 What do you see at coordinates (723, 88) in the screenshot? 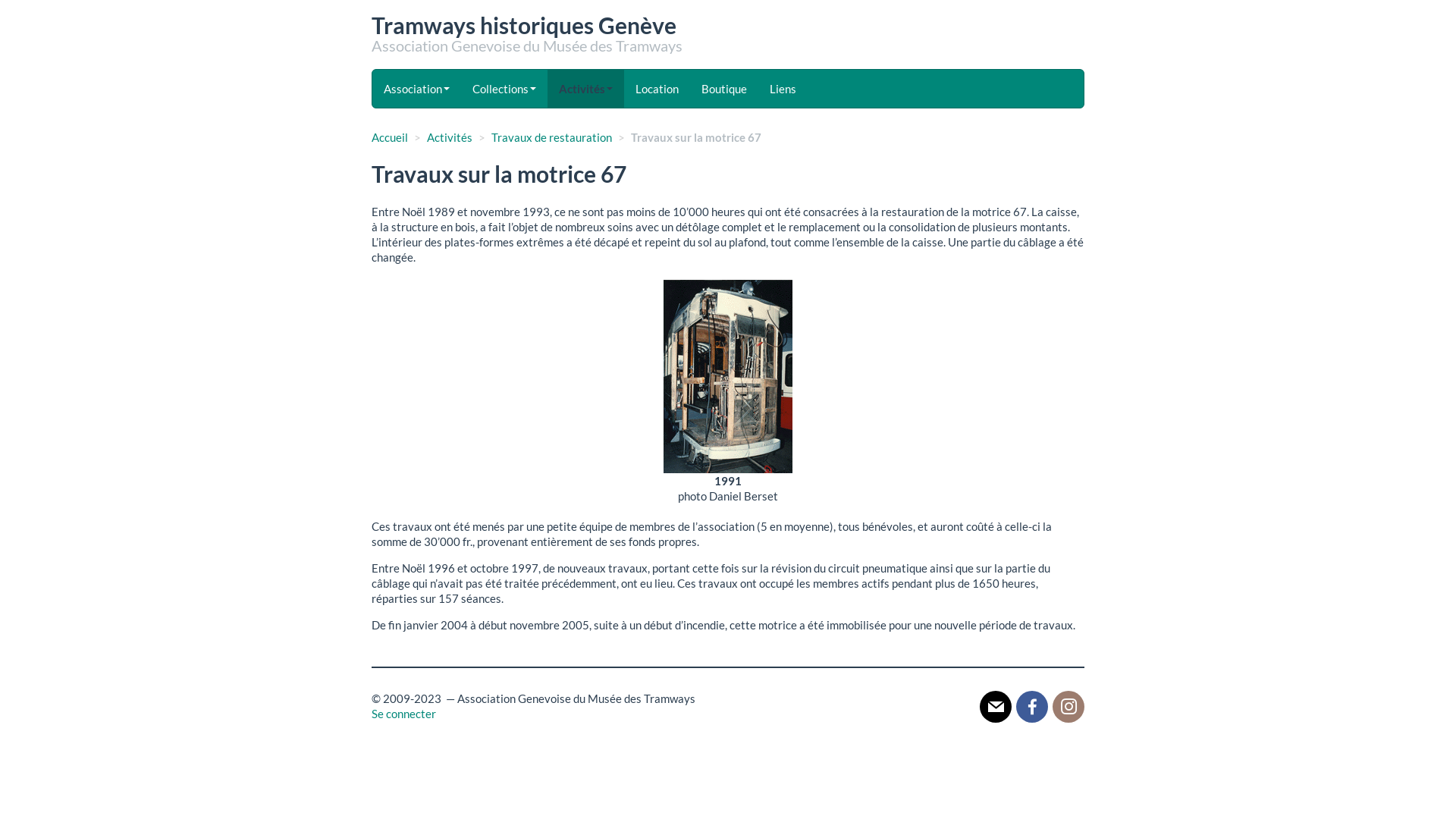
I see `'Boutique'` at bounding box center [723, 88].